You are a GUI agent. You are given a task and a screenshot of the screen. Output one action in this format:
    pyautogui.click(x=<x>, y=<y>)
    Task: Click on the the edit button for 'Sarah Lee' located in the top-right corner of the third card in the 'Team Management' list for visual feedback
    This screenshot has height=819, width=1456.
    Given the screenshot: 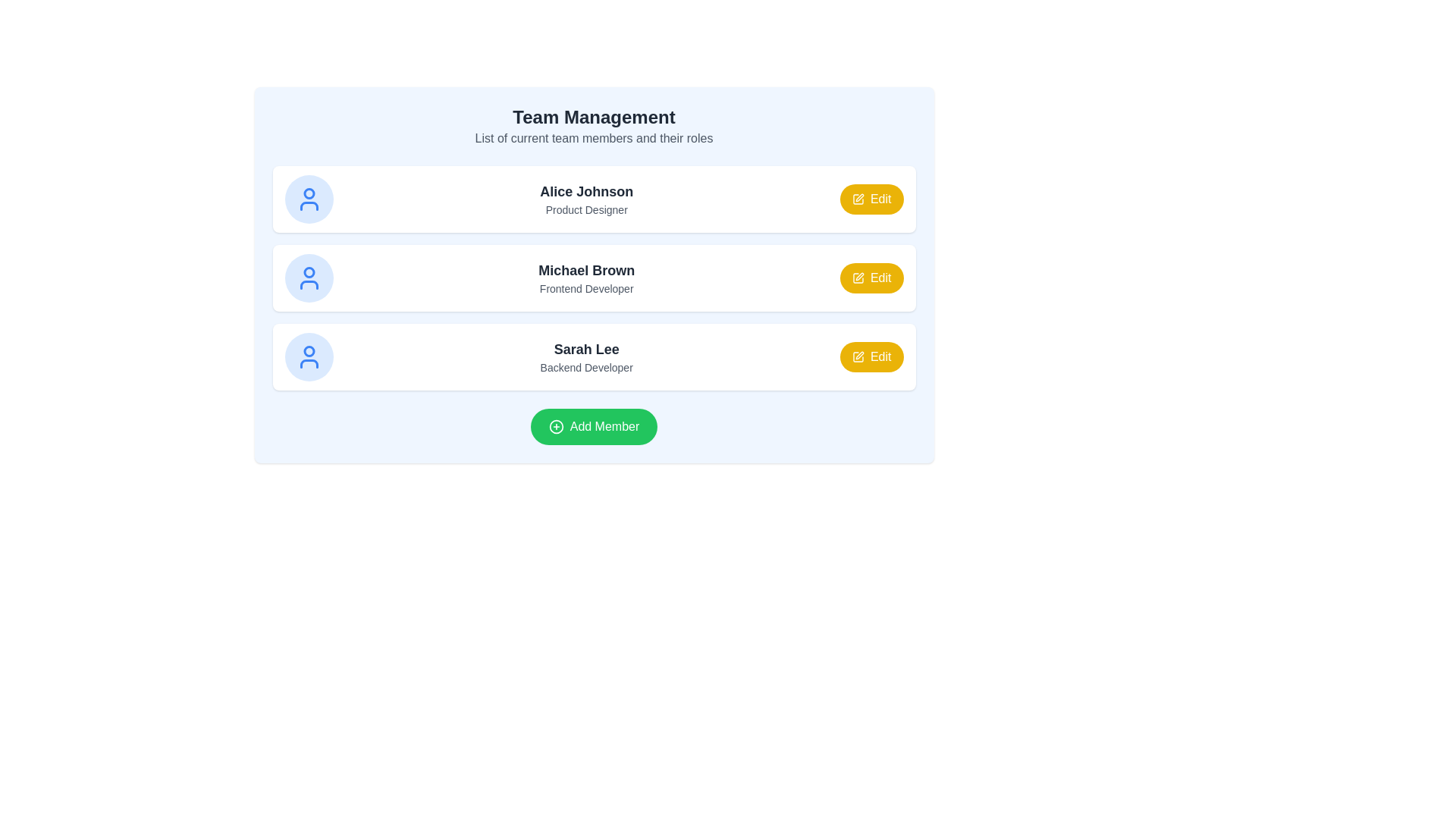 What is the action you would take?
    pyautogui.click(x=871, y=356)
    